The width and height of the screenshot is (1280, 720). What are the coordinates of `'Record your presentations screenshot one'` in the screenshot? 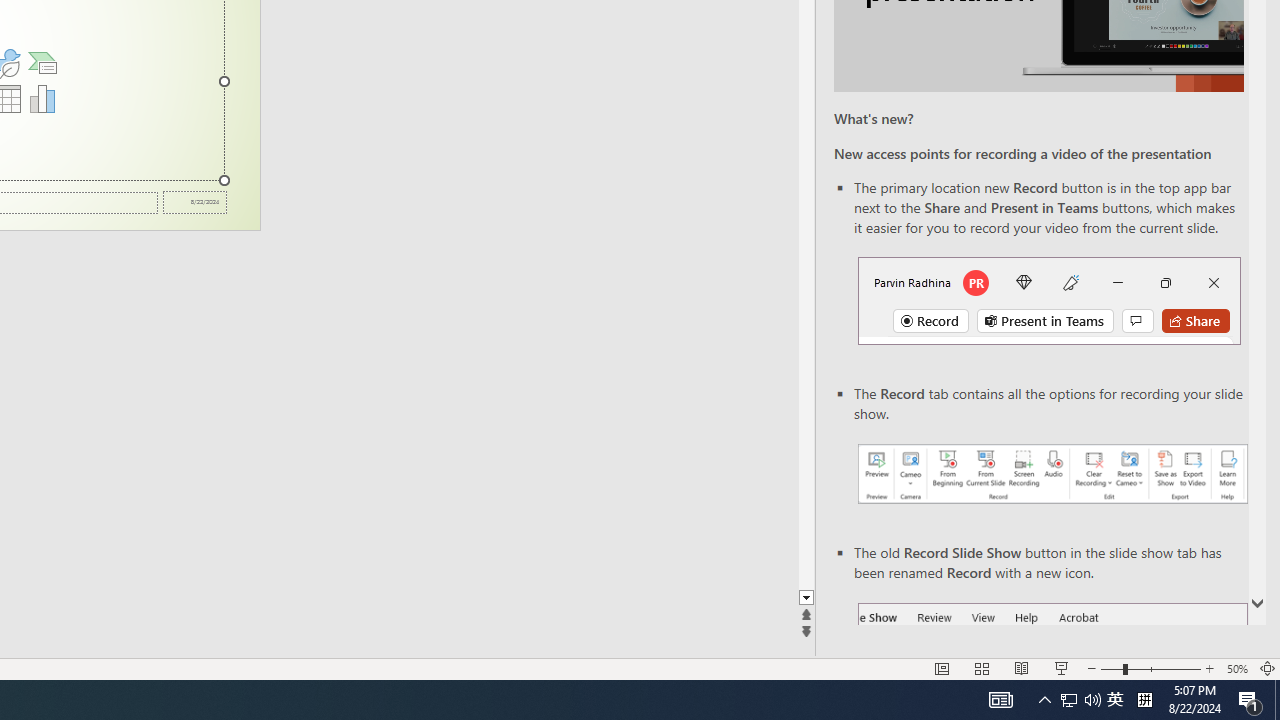 It's located at (1051, 474).